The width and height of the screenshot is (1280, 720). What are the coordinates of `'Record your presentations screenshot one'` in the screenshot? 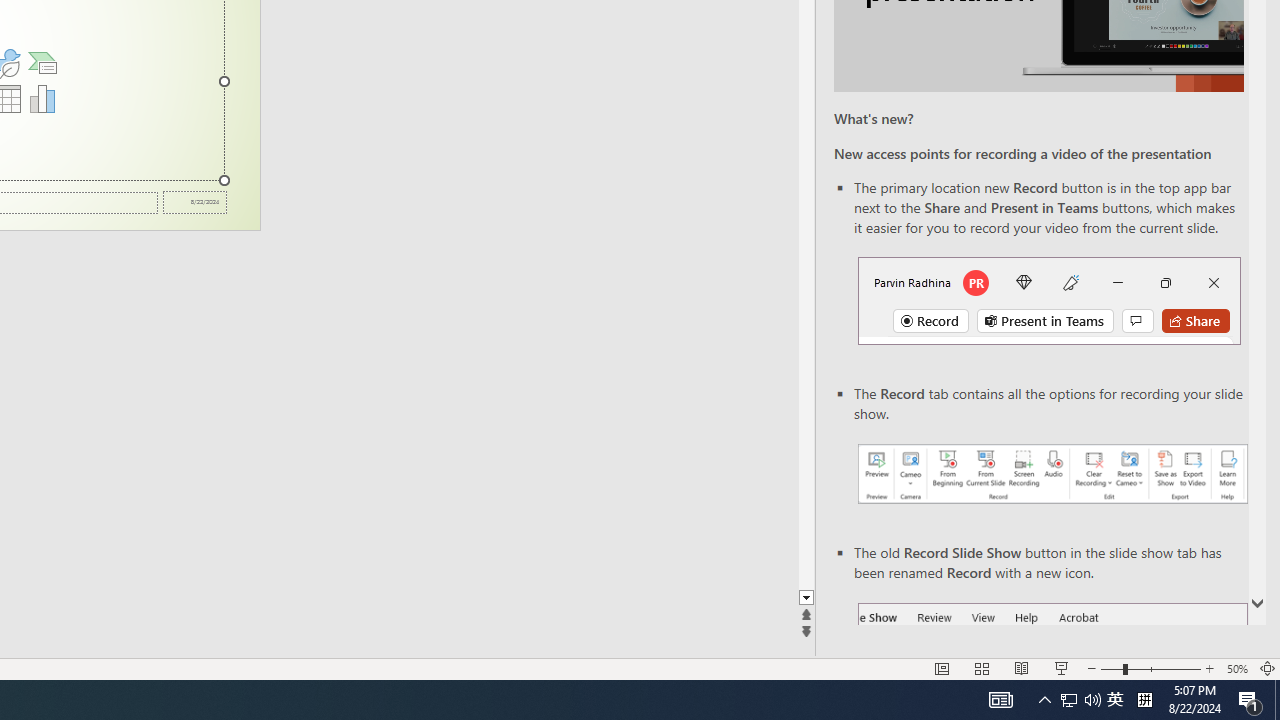 It's located at (1051, 474).